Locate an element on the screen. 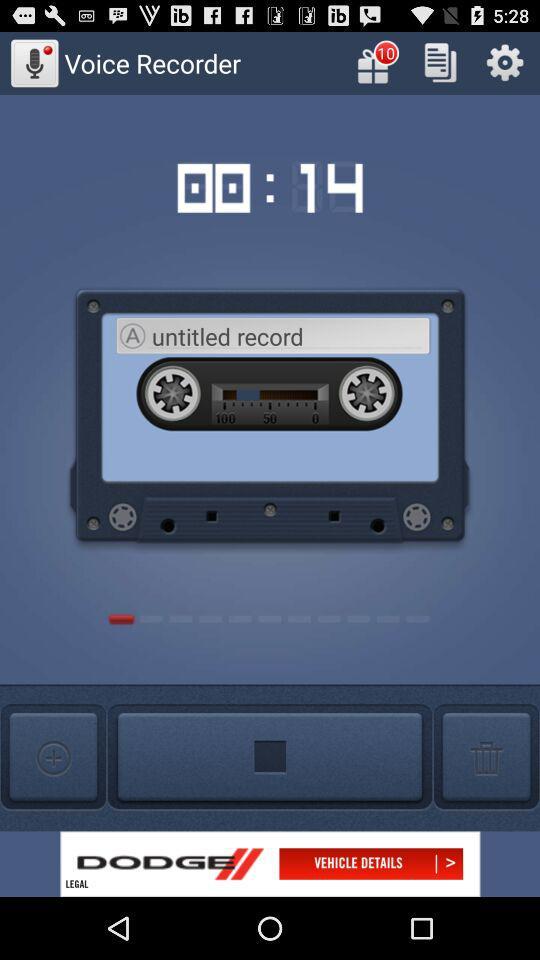 This screenshot has width=540, height=960. more options is located at coordinates (53, 756).